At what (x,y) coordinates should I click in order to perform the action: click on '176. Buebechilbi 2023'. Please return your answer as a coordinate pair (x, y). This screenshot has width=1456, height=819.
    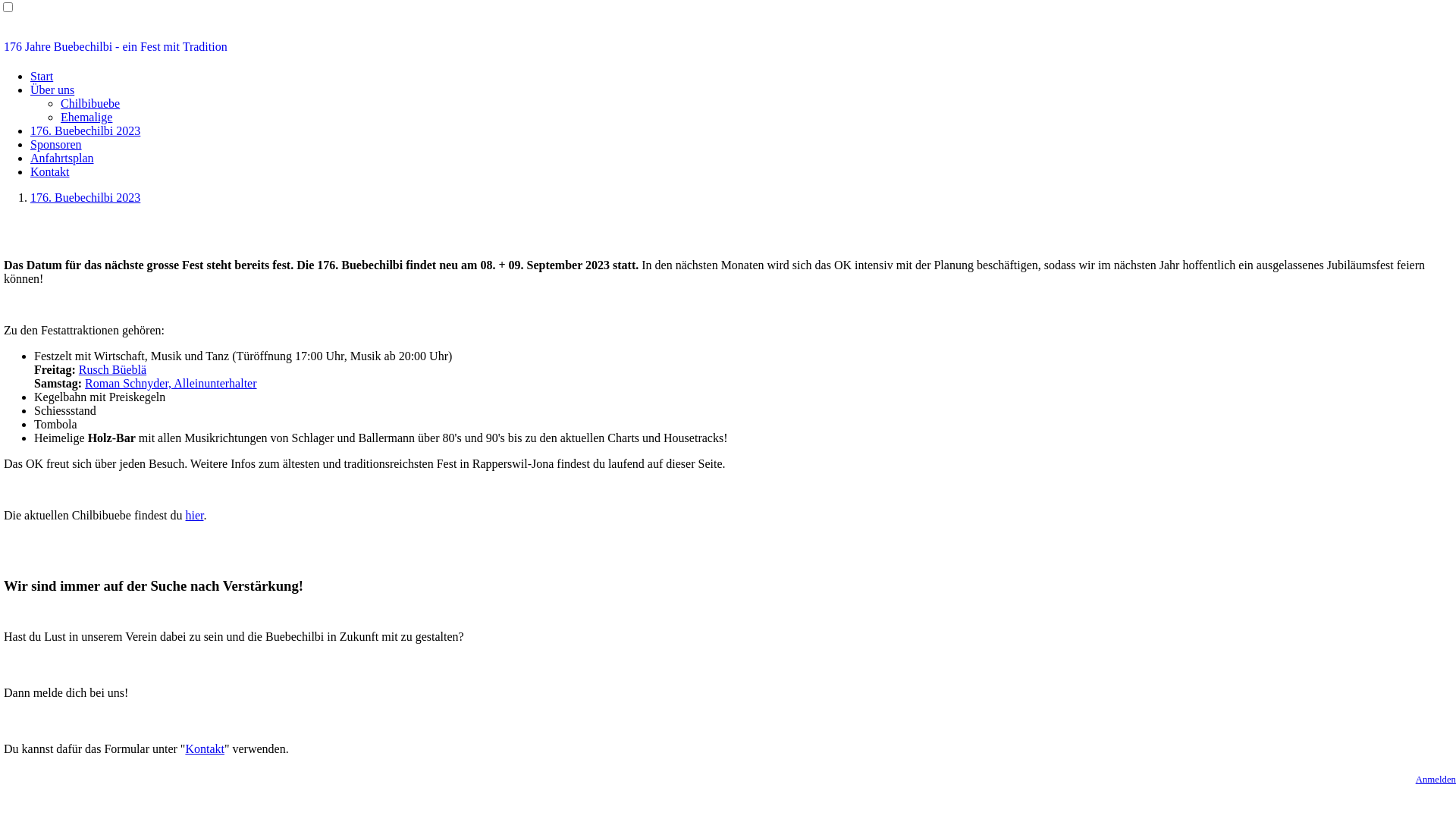
    Looking at the image, I should click on (84, 130).